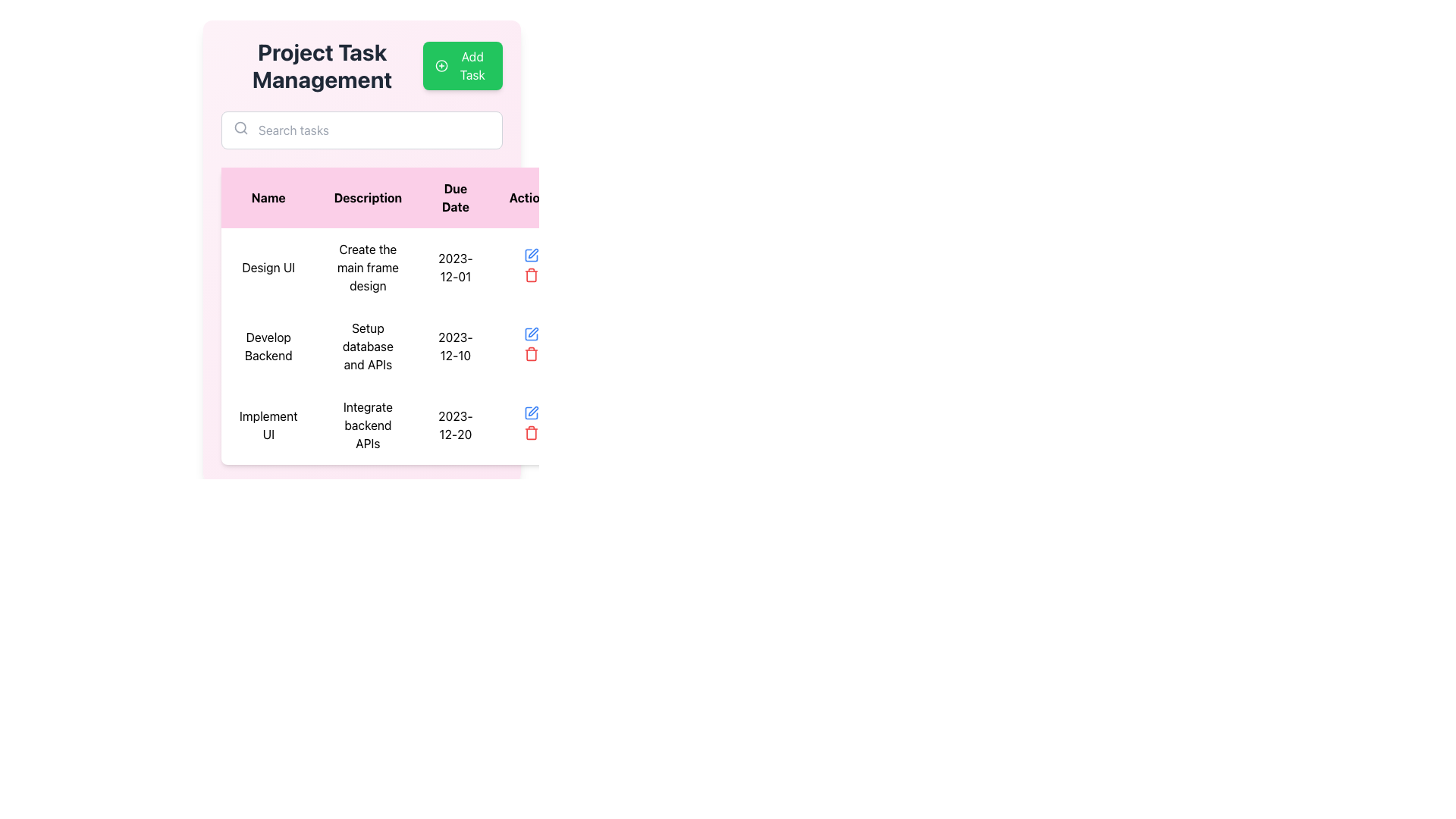 Image resolution: width=1456 pixels, height=819 pixels. I want to click on the bold text header labeled 'Project Task Management', which is styled in large dark gray font and centered at the top of the interface, so click(322, 65).